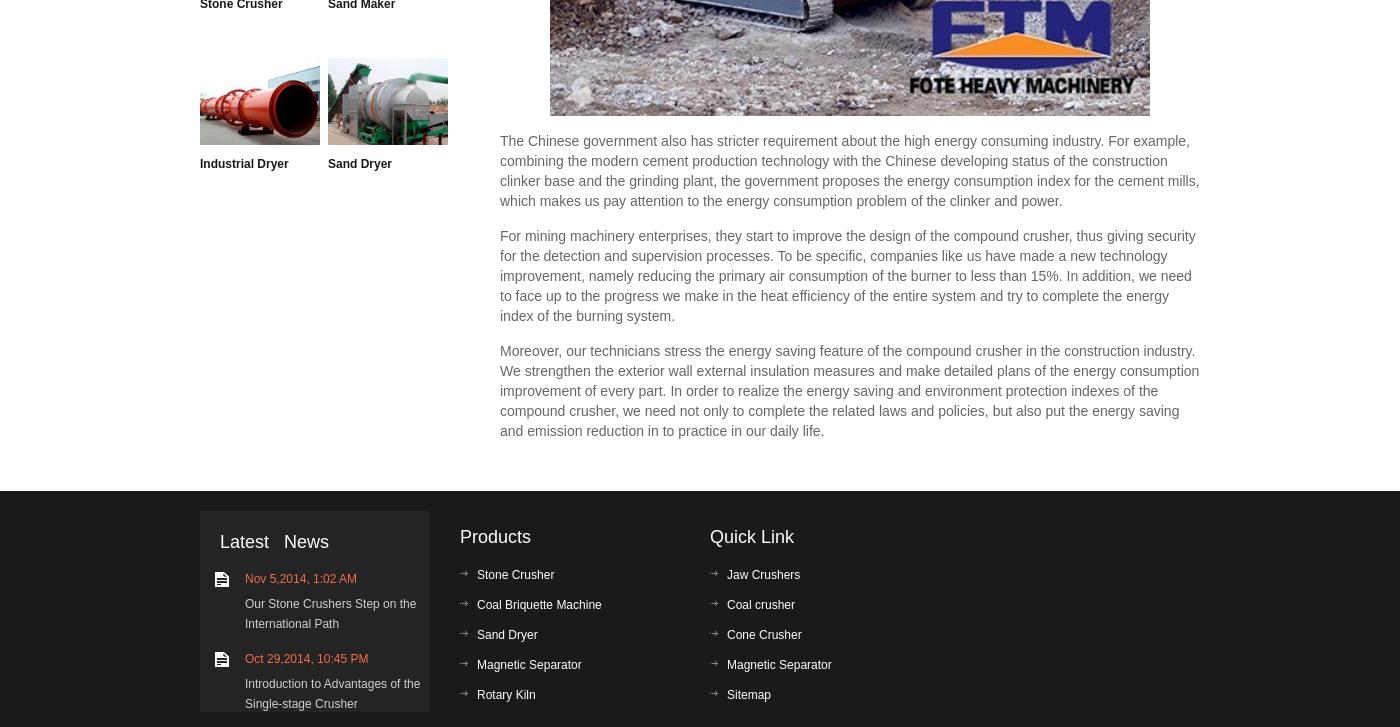 Image resolution: width=1400 pixels, height=727 pixels. I want to click on 'Moreover, our technicians stress the energy saving feature of the compound crusher in the construction industry. We strengthen the exterior wall external insulation measures and make detailed plans of the energy consumption improvement of every part. In order to realize the energy saving and environment protection indexes of the compound crusher, we need not only to complete the related laws and policies, but also put the energy saving and emission reduction in to practice in our daily life.', so click(849, 389).